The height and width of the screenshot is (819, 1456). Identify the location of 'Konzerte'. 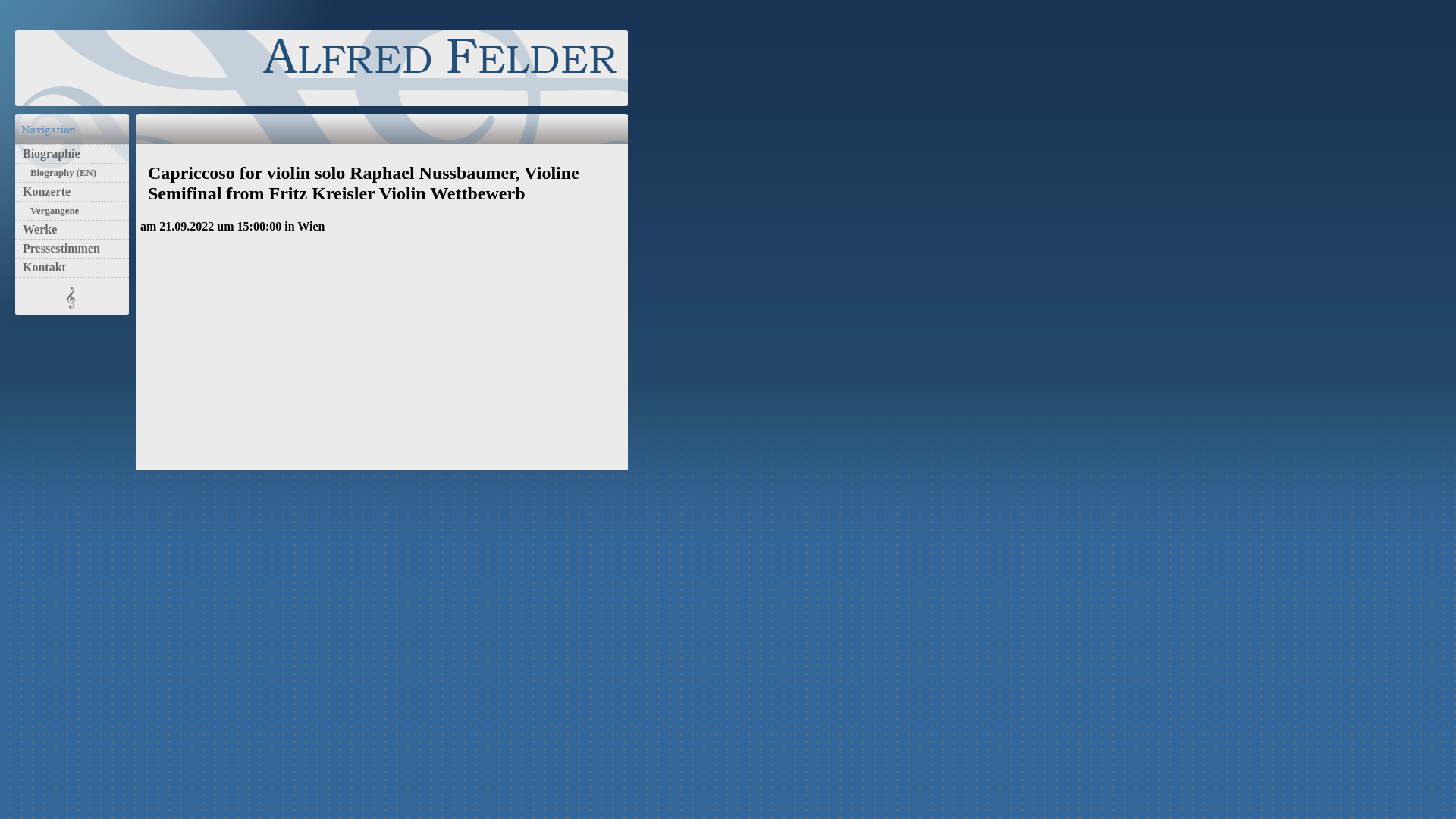
(42, 190).